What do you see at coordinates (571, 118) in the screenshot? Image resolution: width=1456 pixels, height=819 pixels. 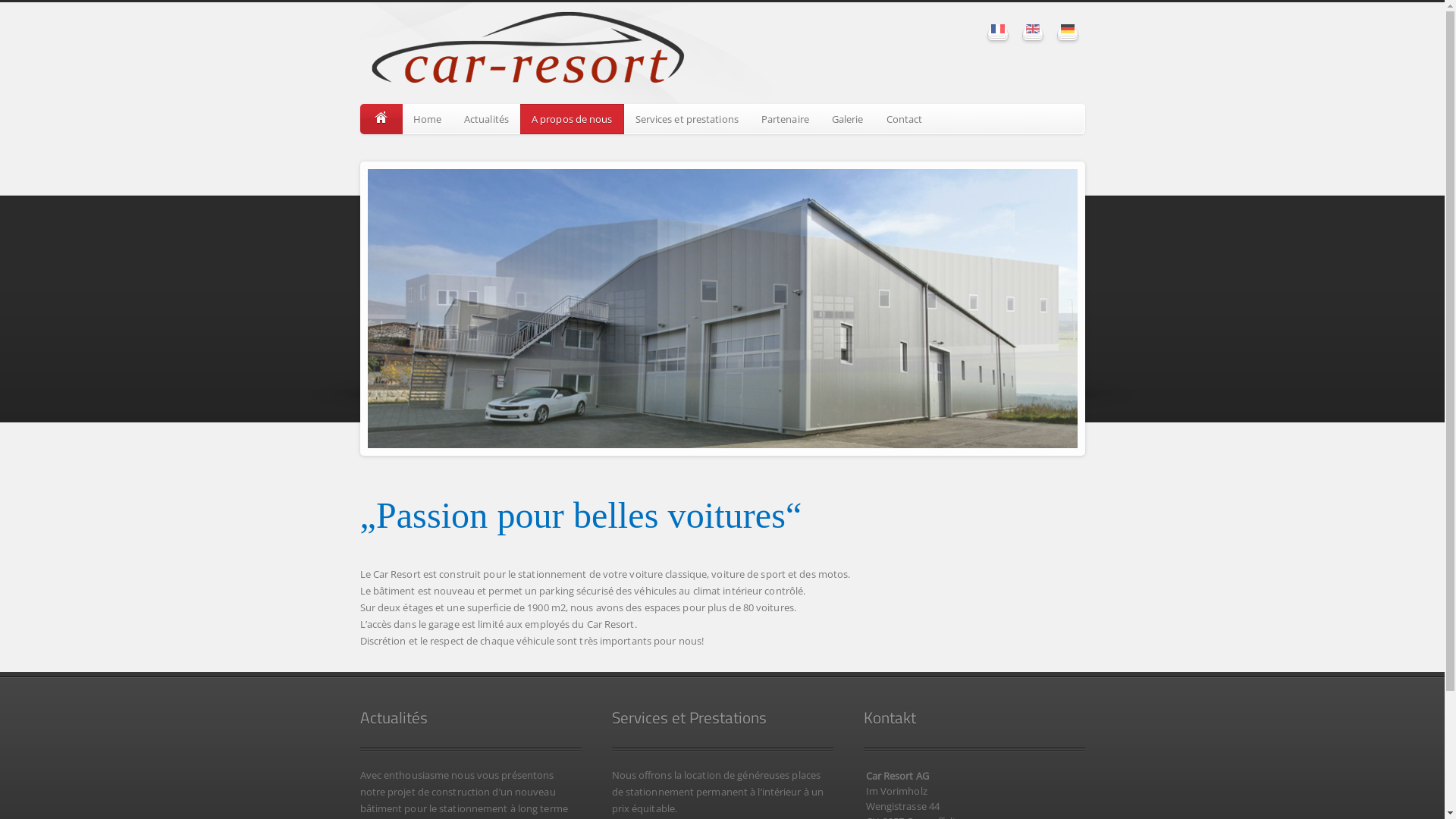 I see `'A propos de nous'` at bounding box center [571, 118].